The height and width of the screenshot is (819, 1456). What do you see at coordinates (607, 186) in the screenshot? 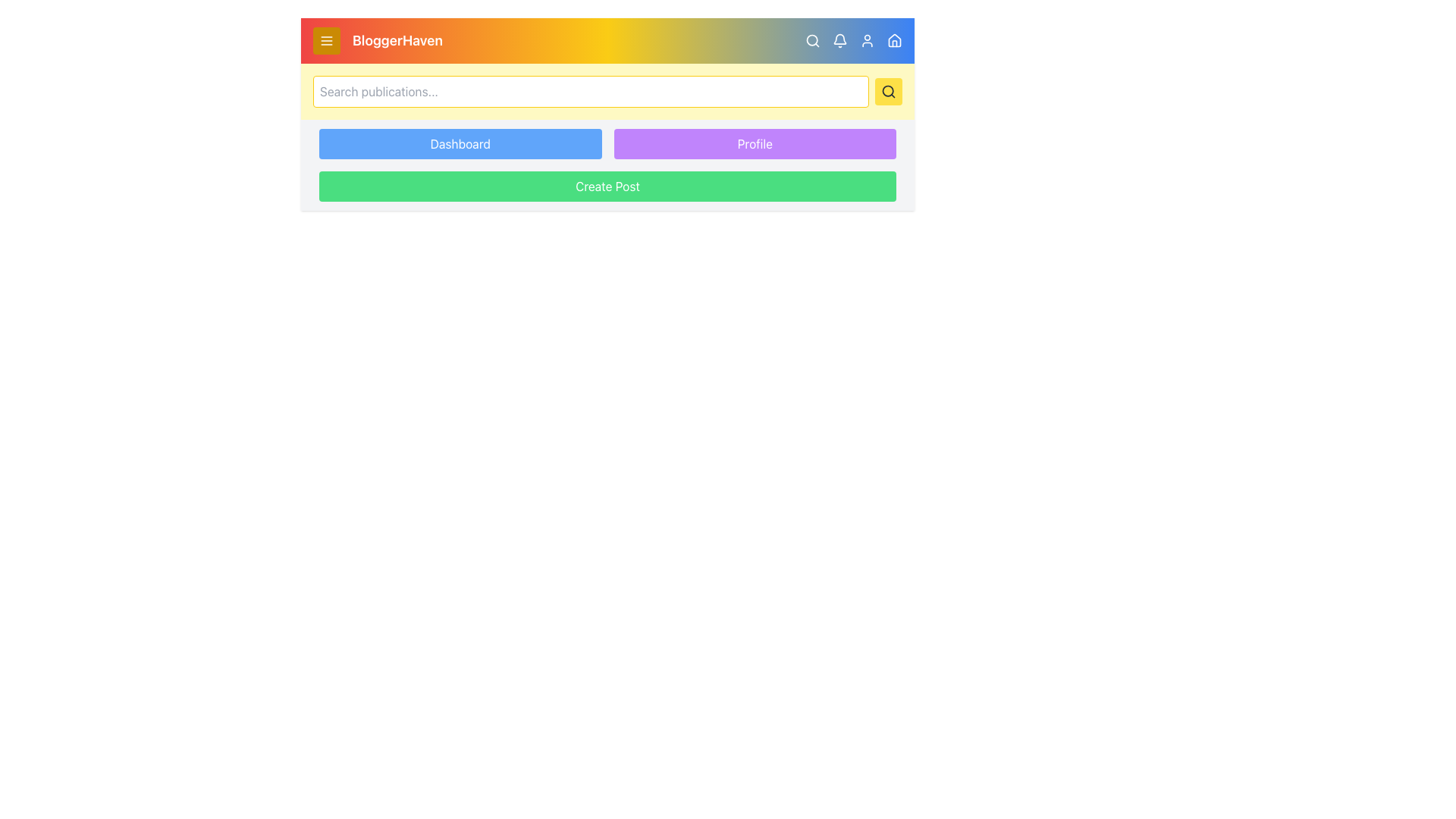
I see `the 'Create Post' button, which is a rectangular button with a green background and white text, located beneath the 'Dashboard' and 'Profile' buttons` at bounding box center [607, 186].